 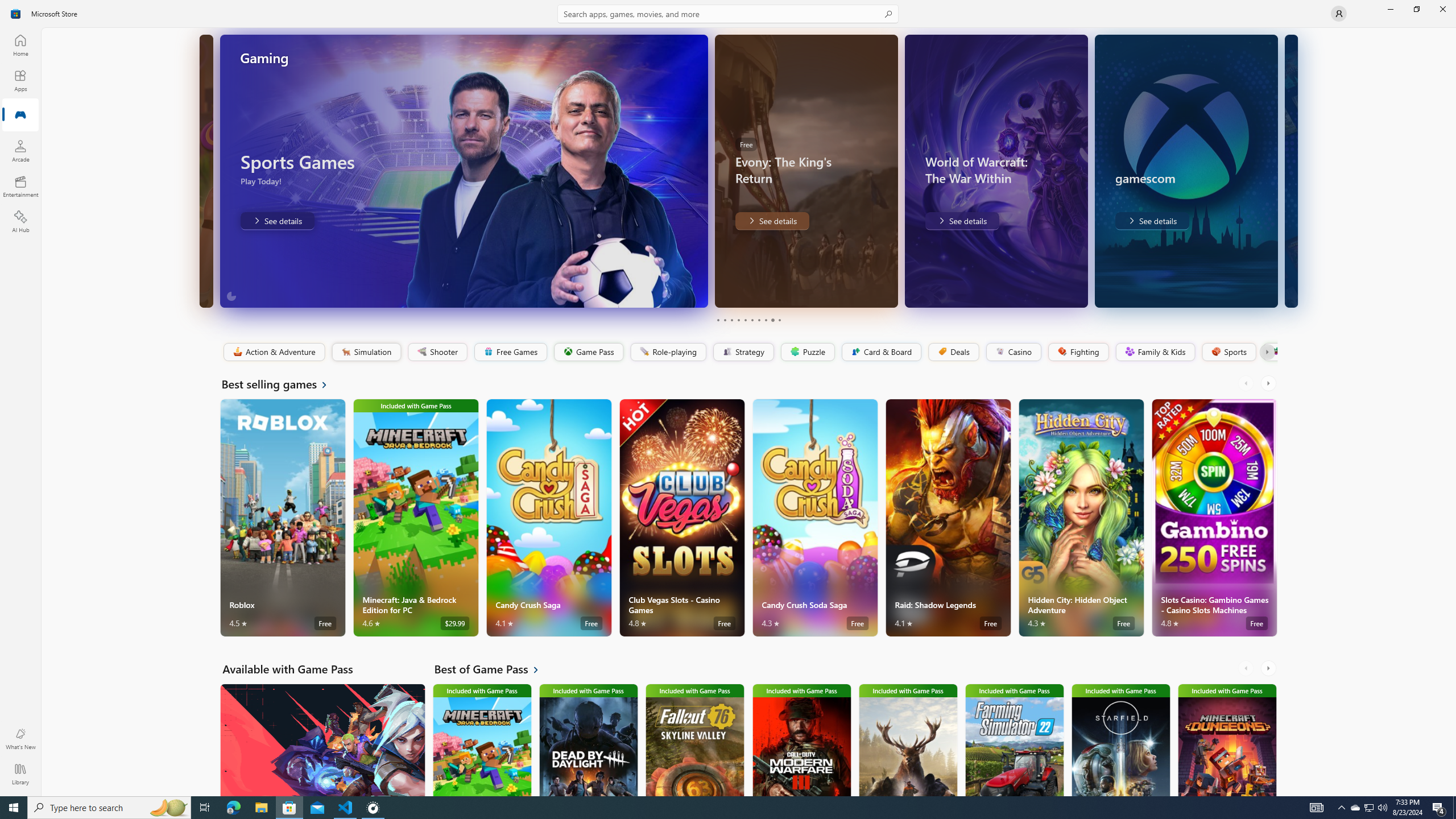 What do you see at coordinates (1269, 351) in the screenshot?
I see `'Platformer'` at bounding box center [1269, 351].